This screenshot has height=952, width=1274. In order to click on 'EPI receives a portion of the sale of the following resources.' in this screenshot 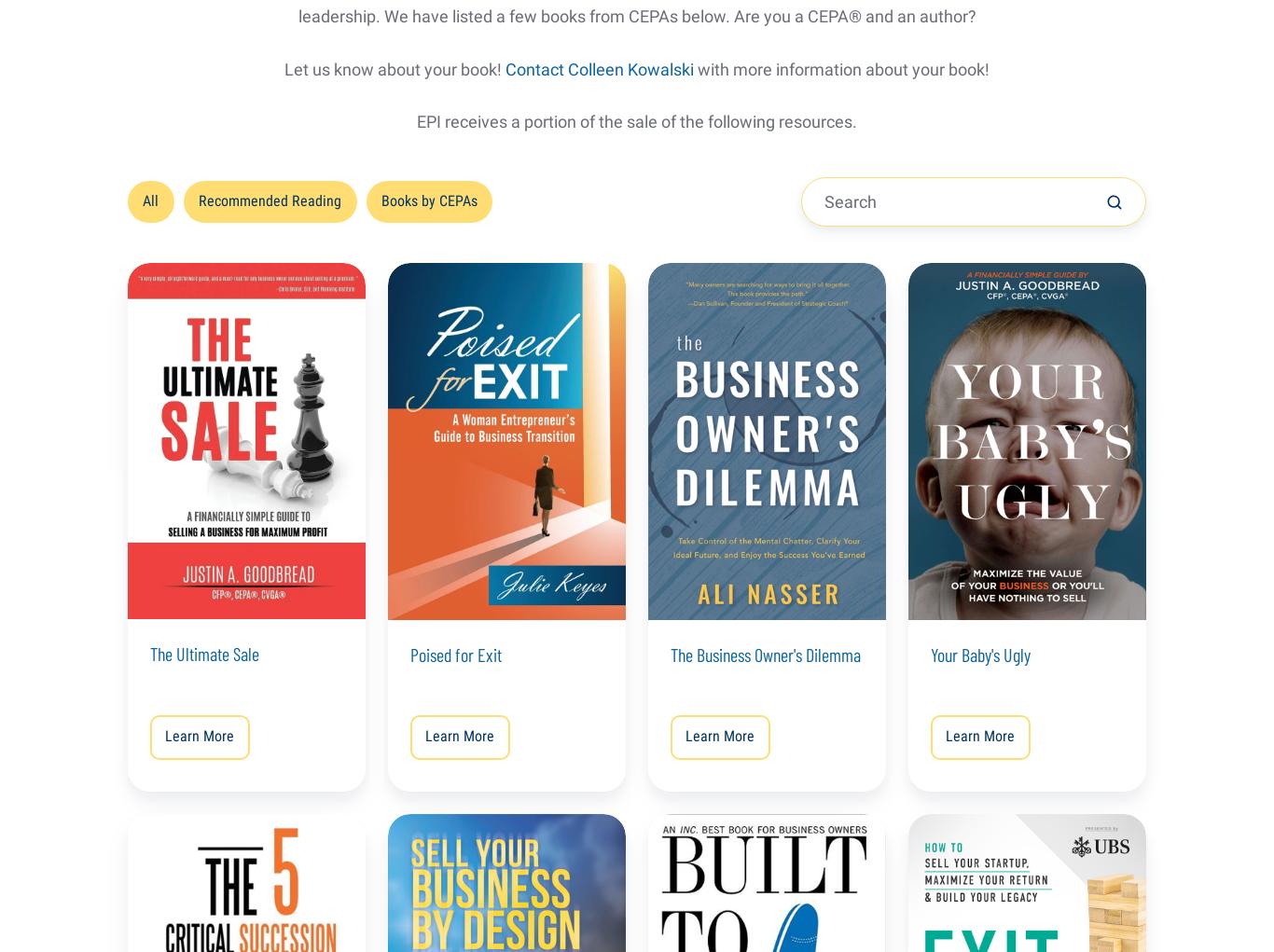, I will do `click(637, 120)`.